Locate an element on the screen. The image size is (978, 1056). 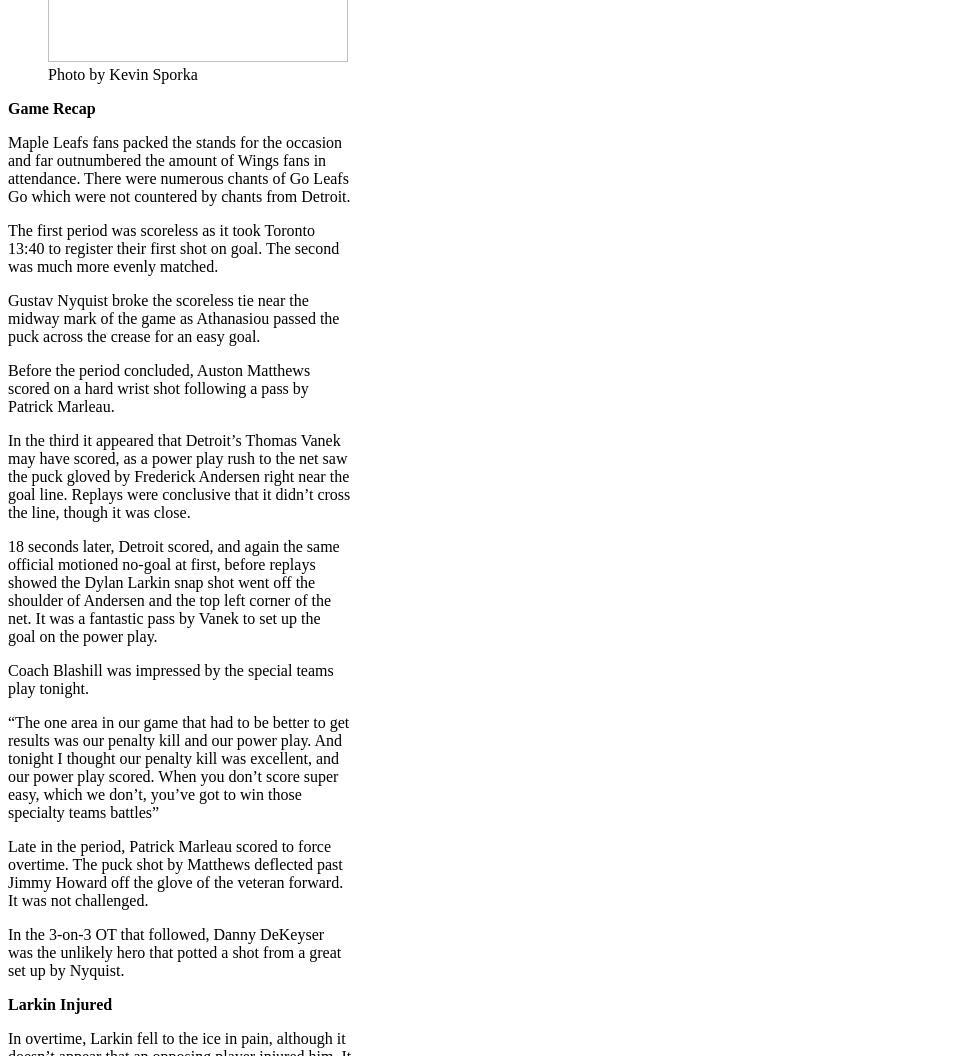
'Game Recap' is located at coordinates (8, 107).